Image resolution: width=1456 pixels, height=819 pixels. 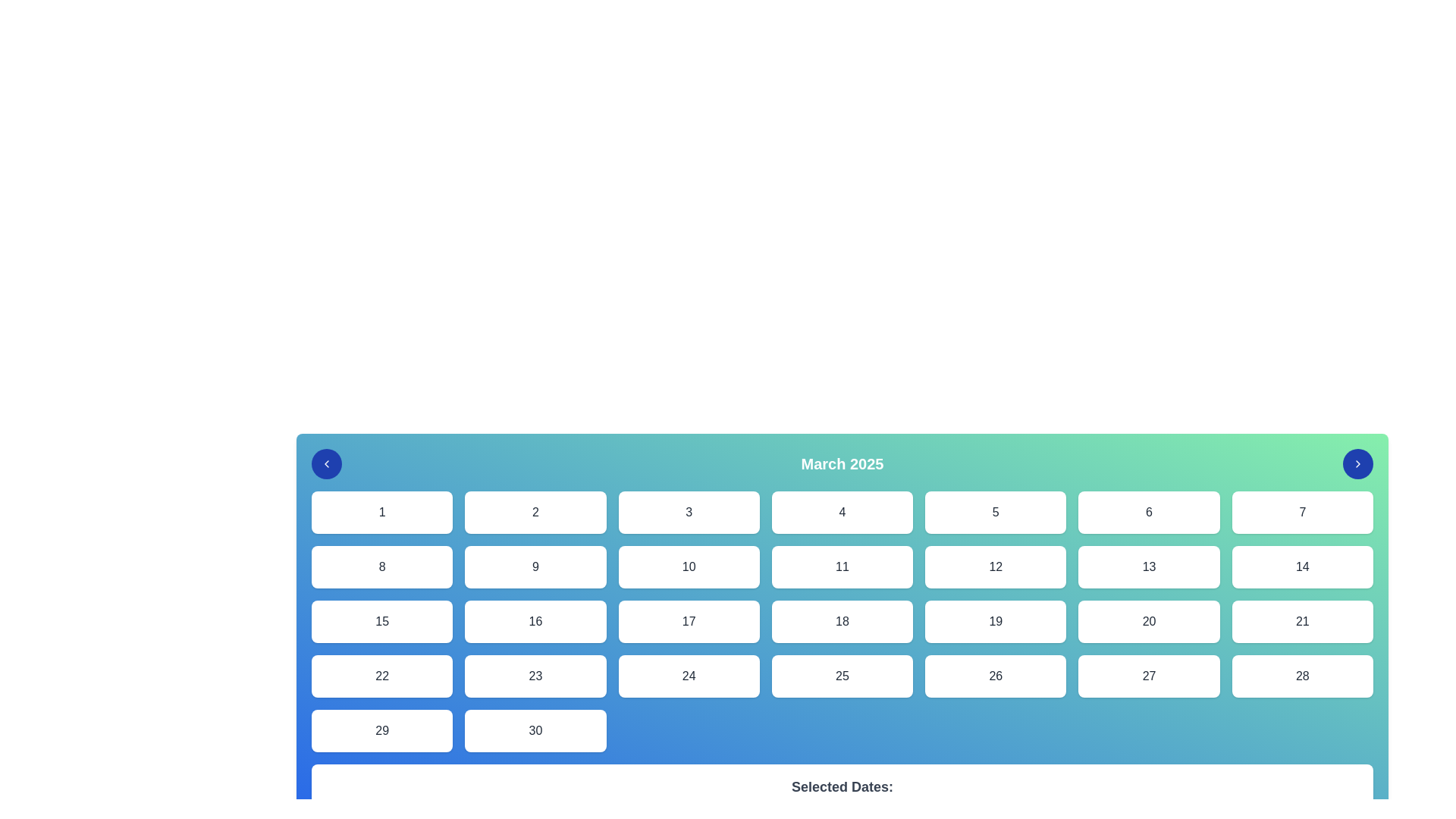 I want to click on the interactive button representing the 26th day in the calendar layout, so click(x=996, y=675).